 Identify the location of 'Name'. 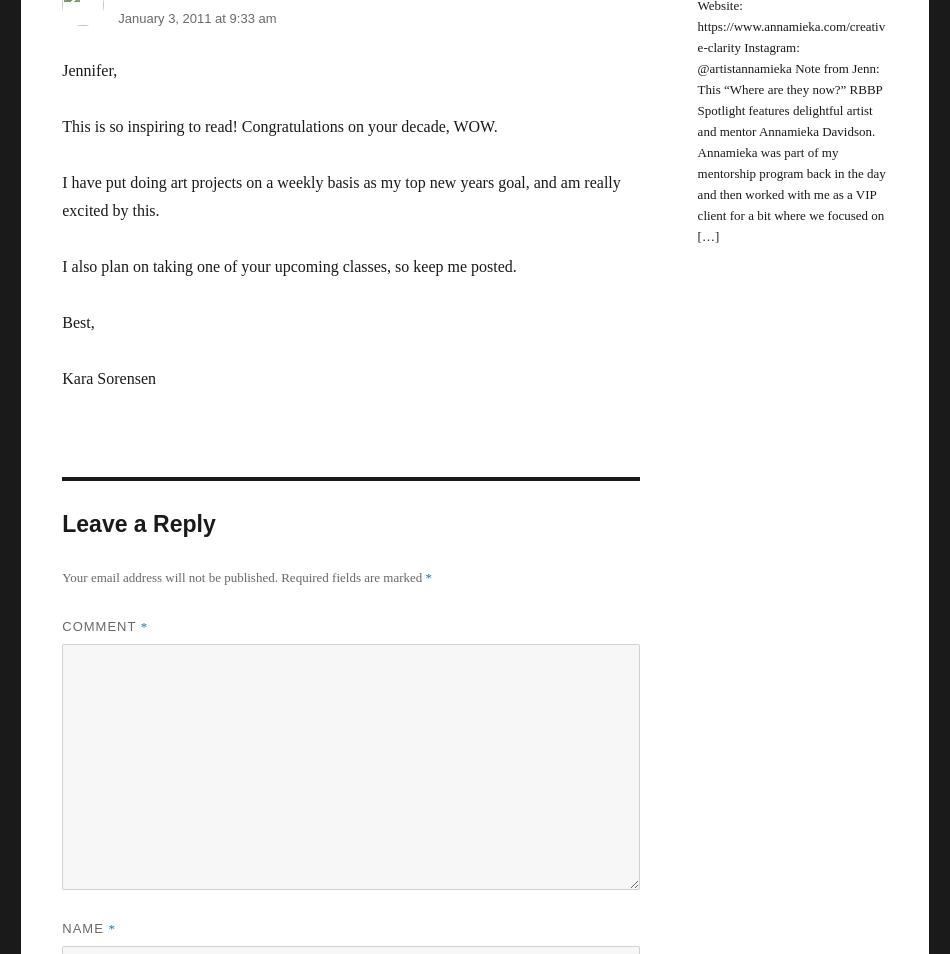
(85, 928).